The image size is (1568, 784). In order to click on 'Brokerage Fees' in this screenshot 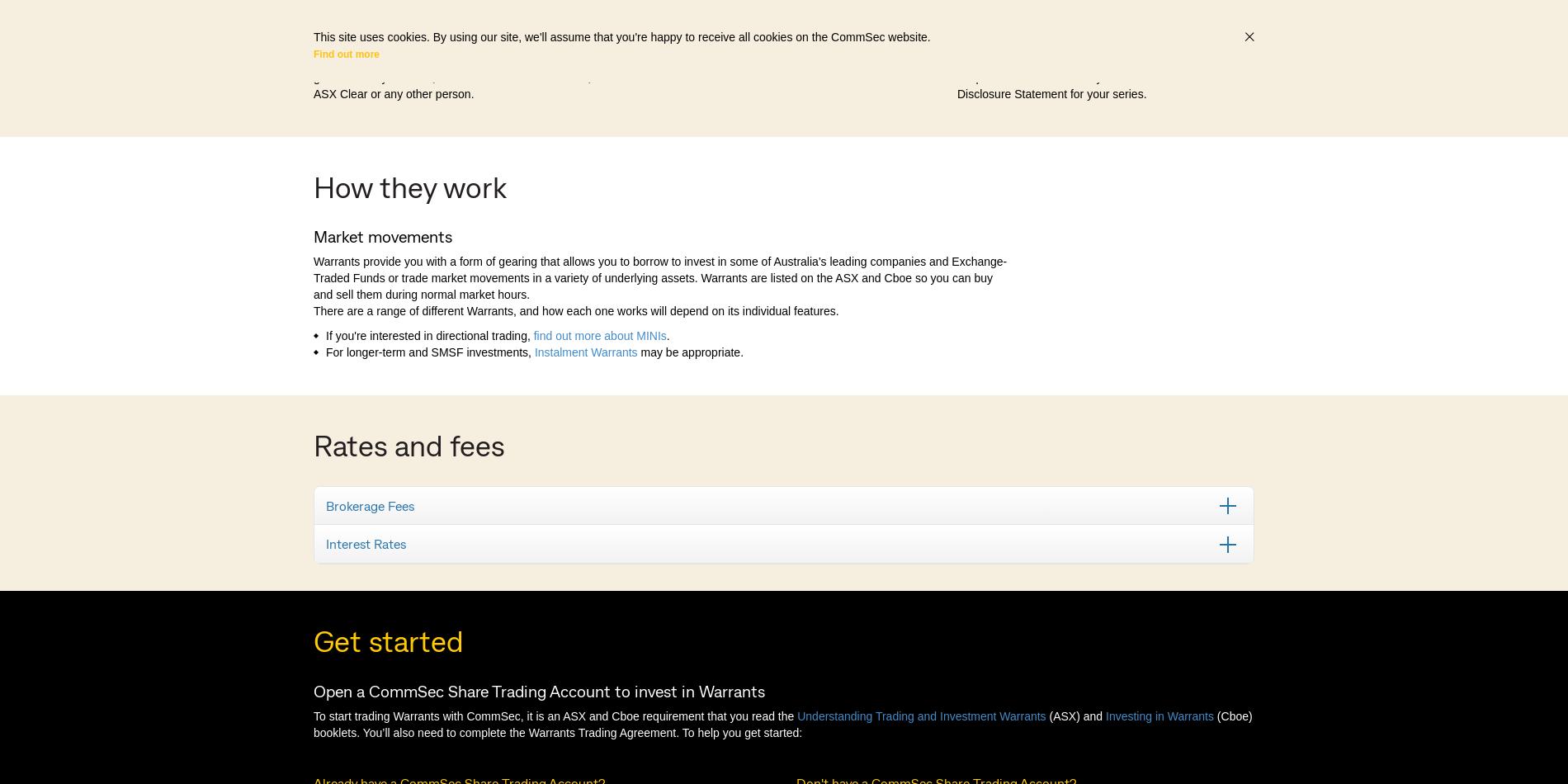, I will do `click(369, 504)`.